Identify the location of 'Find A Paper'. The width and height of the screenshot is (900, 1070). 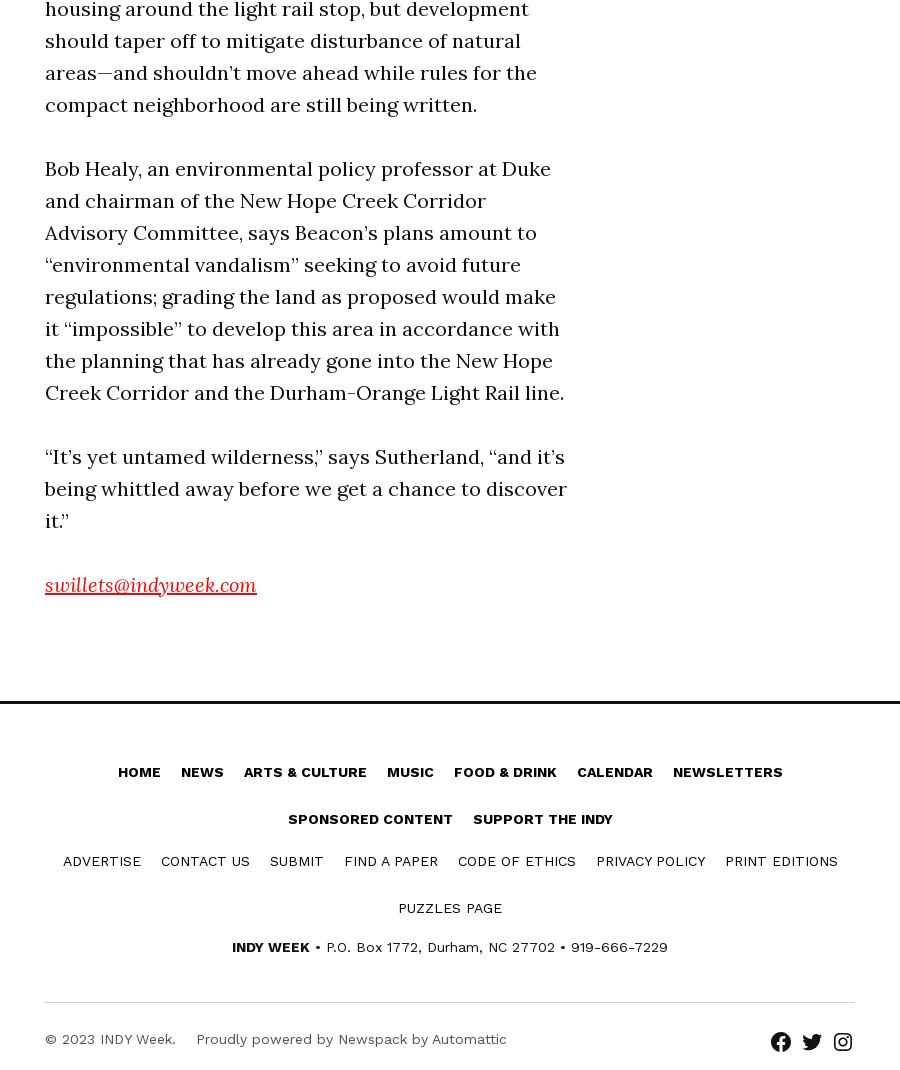
(389, 859).